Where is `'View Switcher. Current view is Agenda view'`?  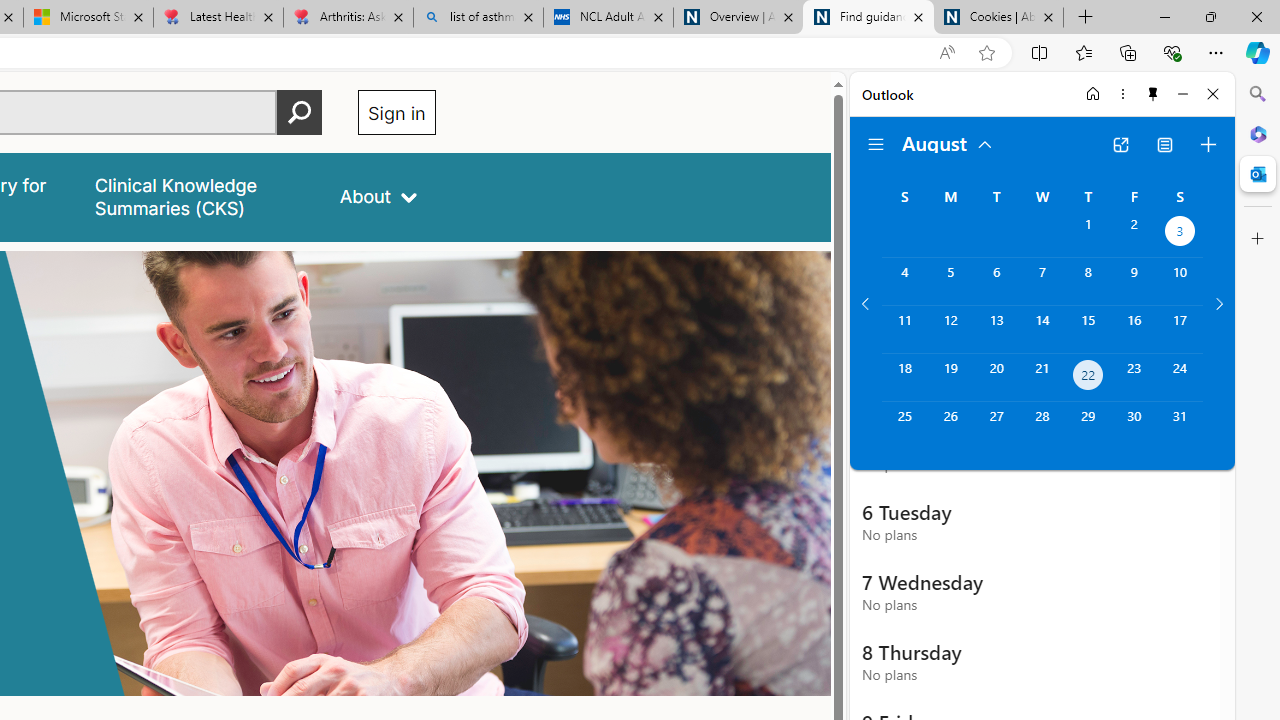 'View Switcher. Current view is Agenda view' is located at coordinates (1165, 144).